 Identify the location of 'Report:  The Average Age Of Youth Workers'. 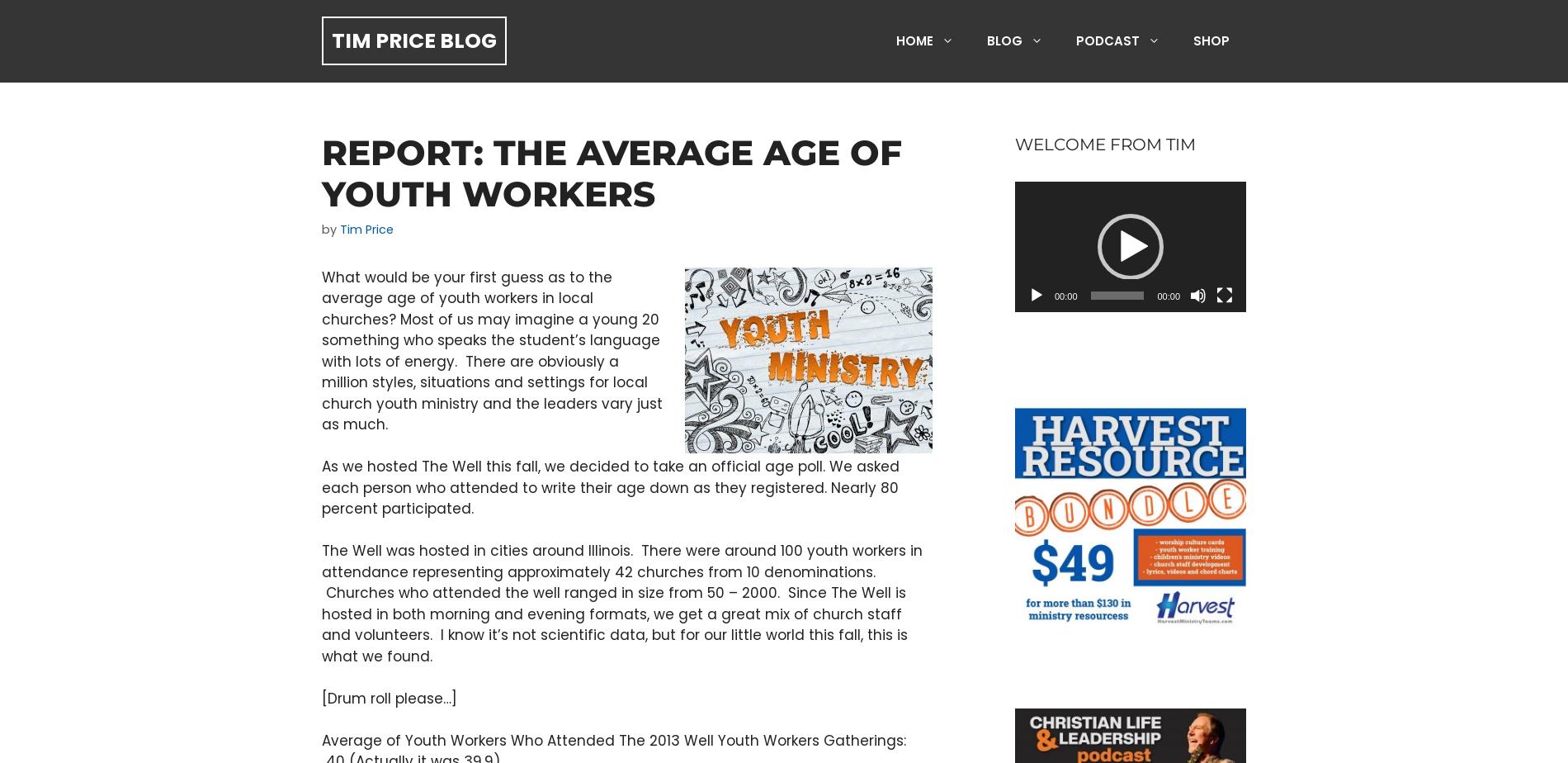
(321, 173).